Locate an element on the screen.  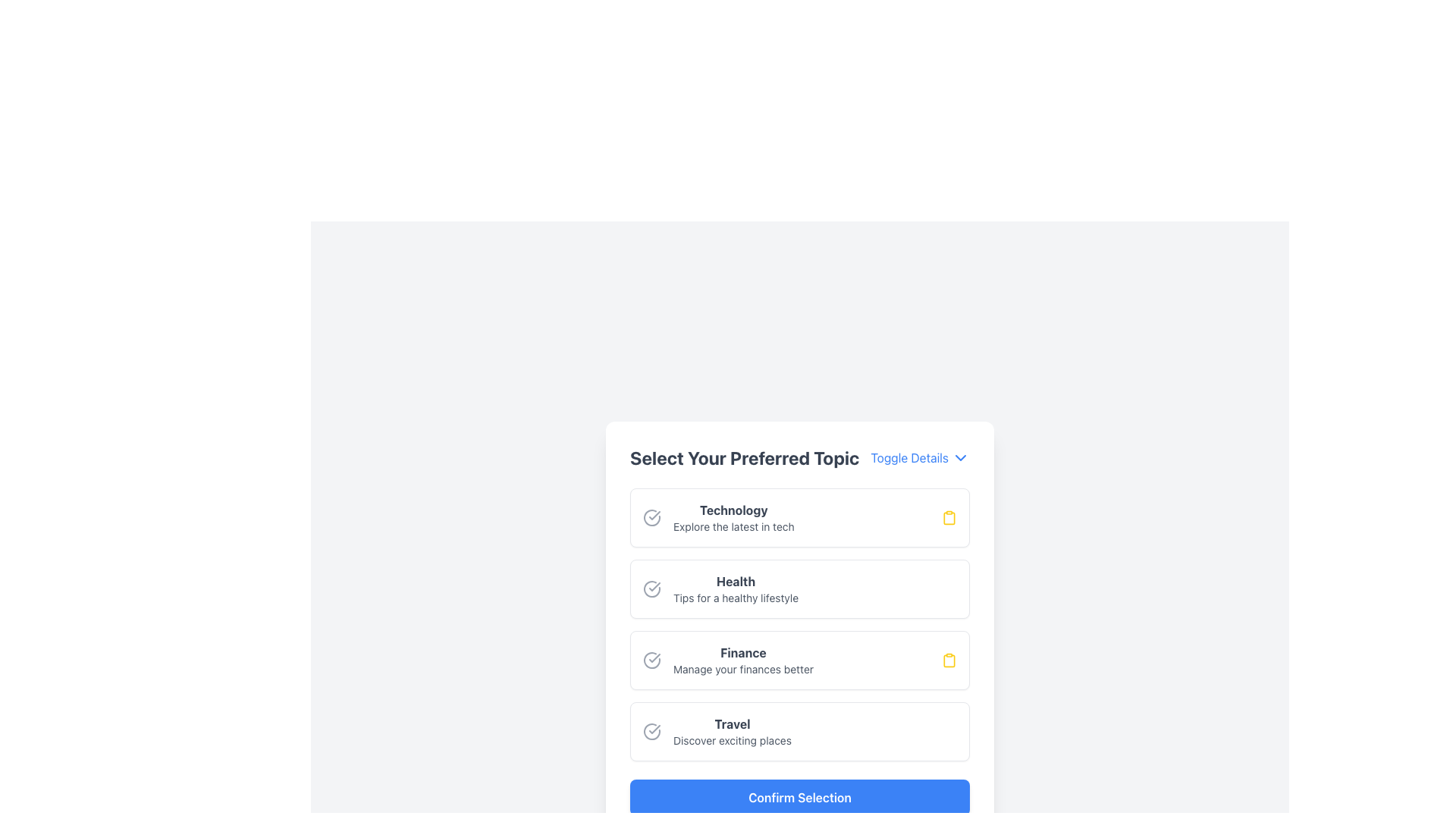
the 'Toggle Details' button located in the top-right corner of the 'Select Your Preferred Topic' panel is located at coordinates (919, 457).